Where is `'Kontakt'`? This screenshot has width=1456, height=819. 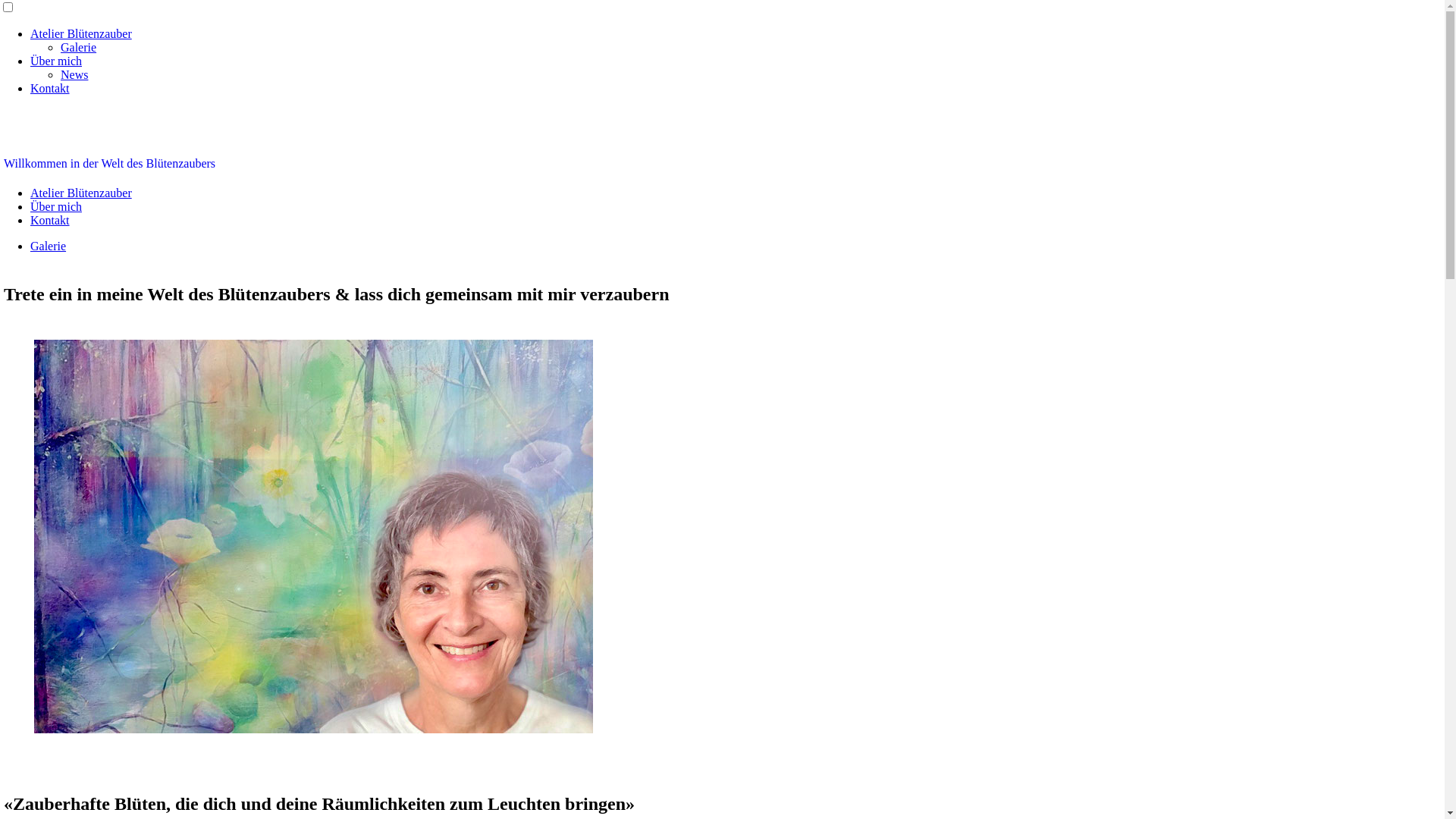 'Kontakt' is located at coordinates (30, 88).